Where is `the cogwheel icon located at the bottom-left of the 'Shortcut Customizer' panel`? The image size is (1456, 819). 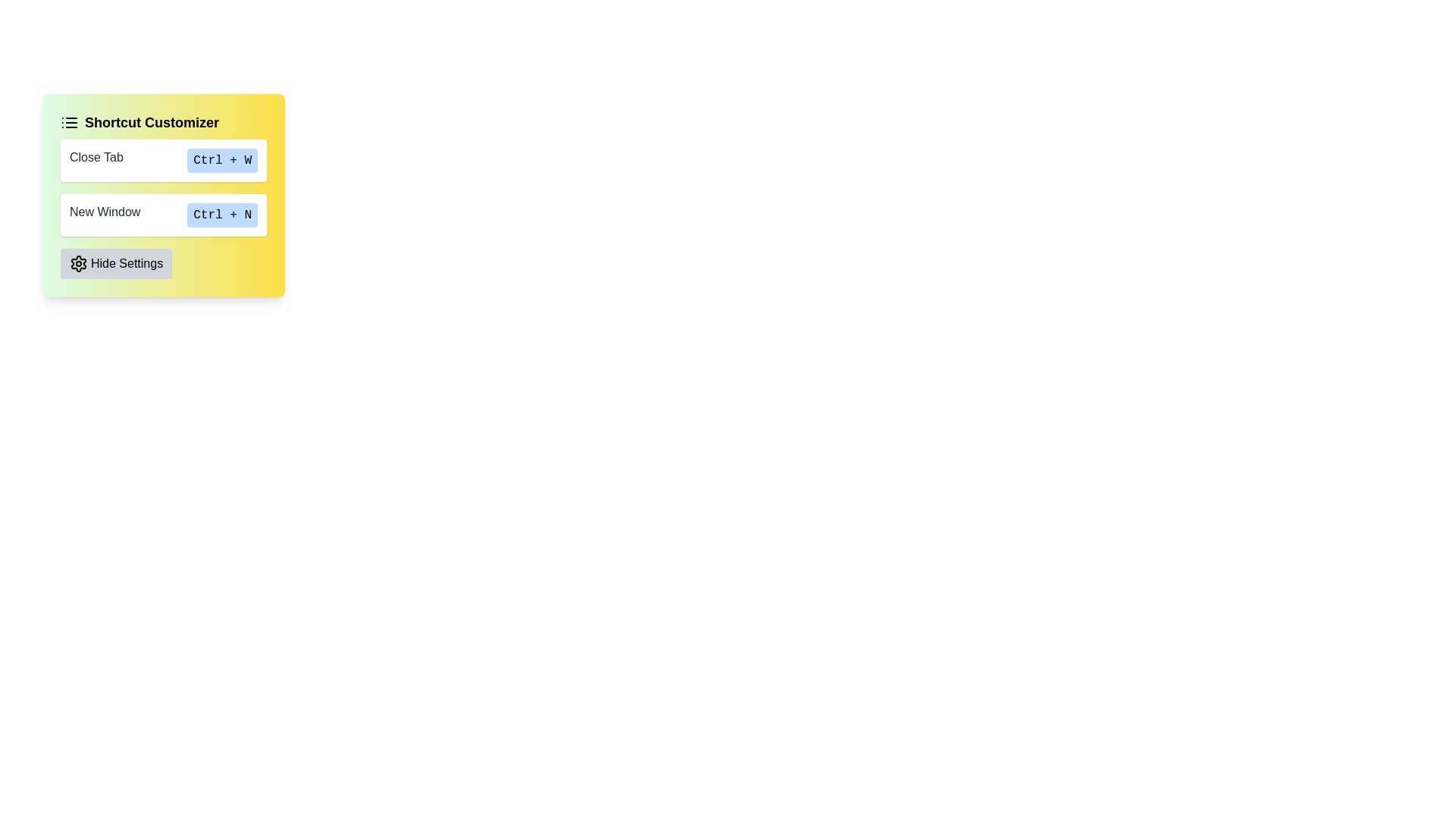 the cogwheel icon located at the bottom-left of the 'Shortcut Customizer' panel is located at coordinates (78, 262).